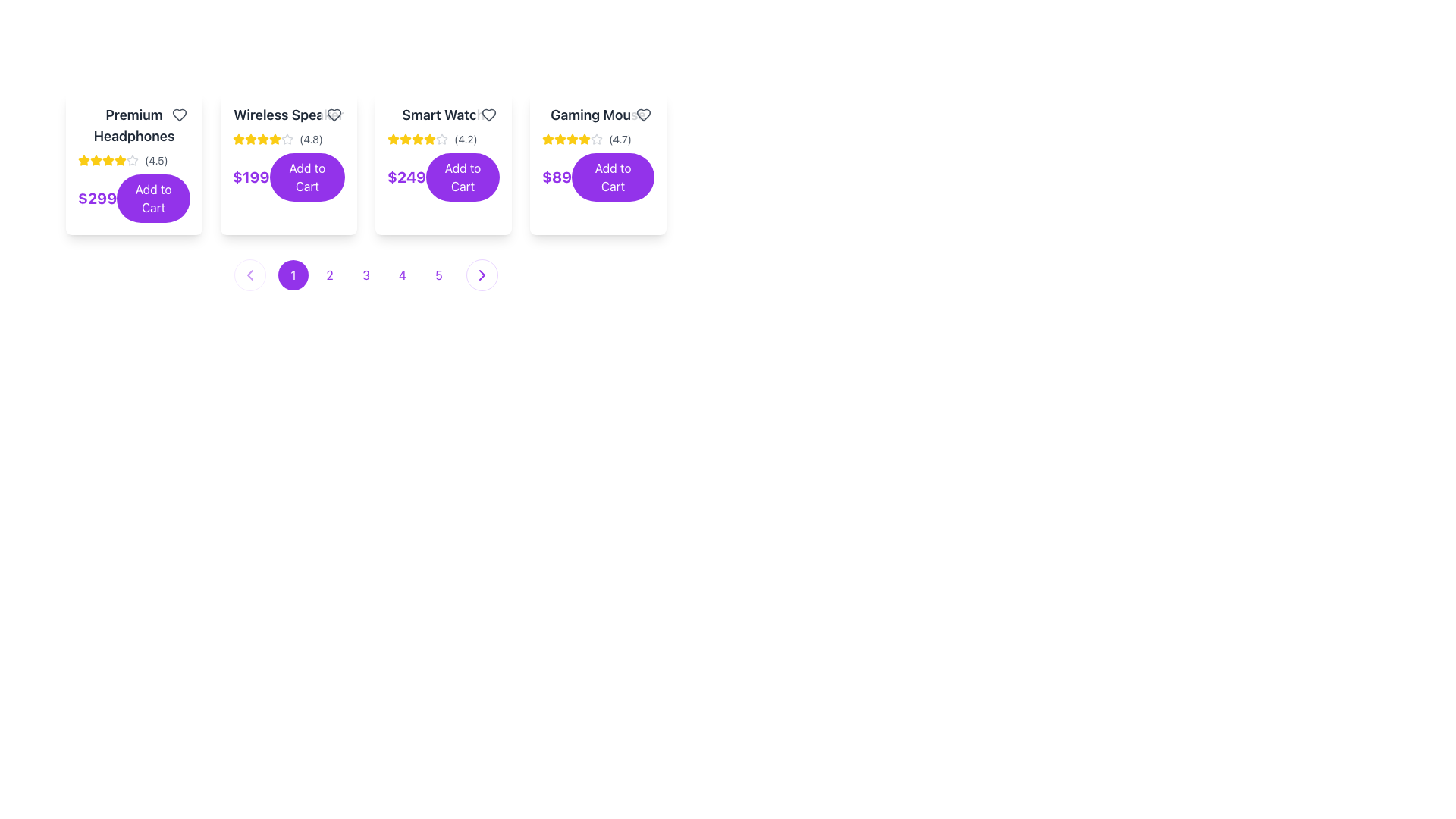 Image resolution: width=1456 pixels, height=819 pixels. I want to click on the third star icon in the rating display of the product card titled 'Gaming Mouse', so click(584, 139).